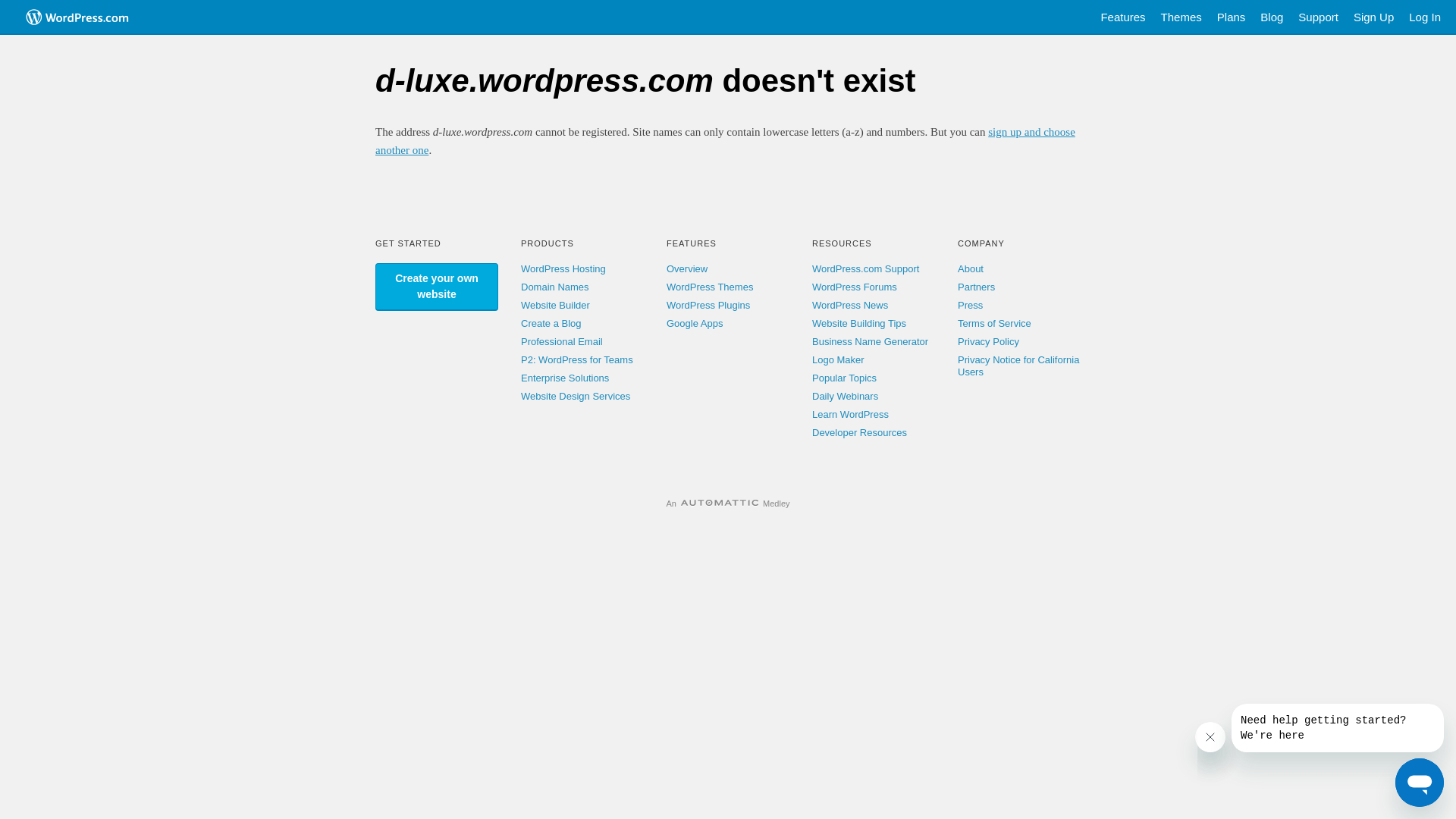  I want to click on 'Create your own website', so click(436, 287).